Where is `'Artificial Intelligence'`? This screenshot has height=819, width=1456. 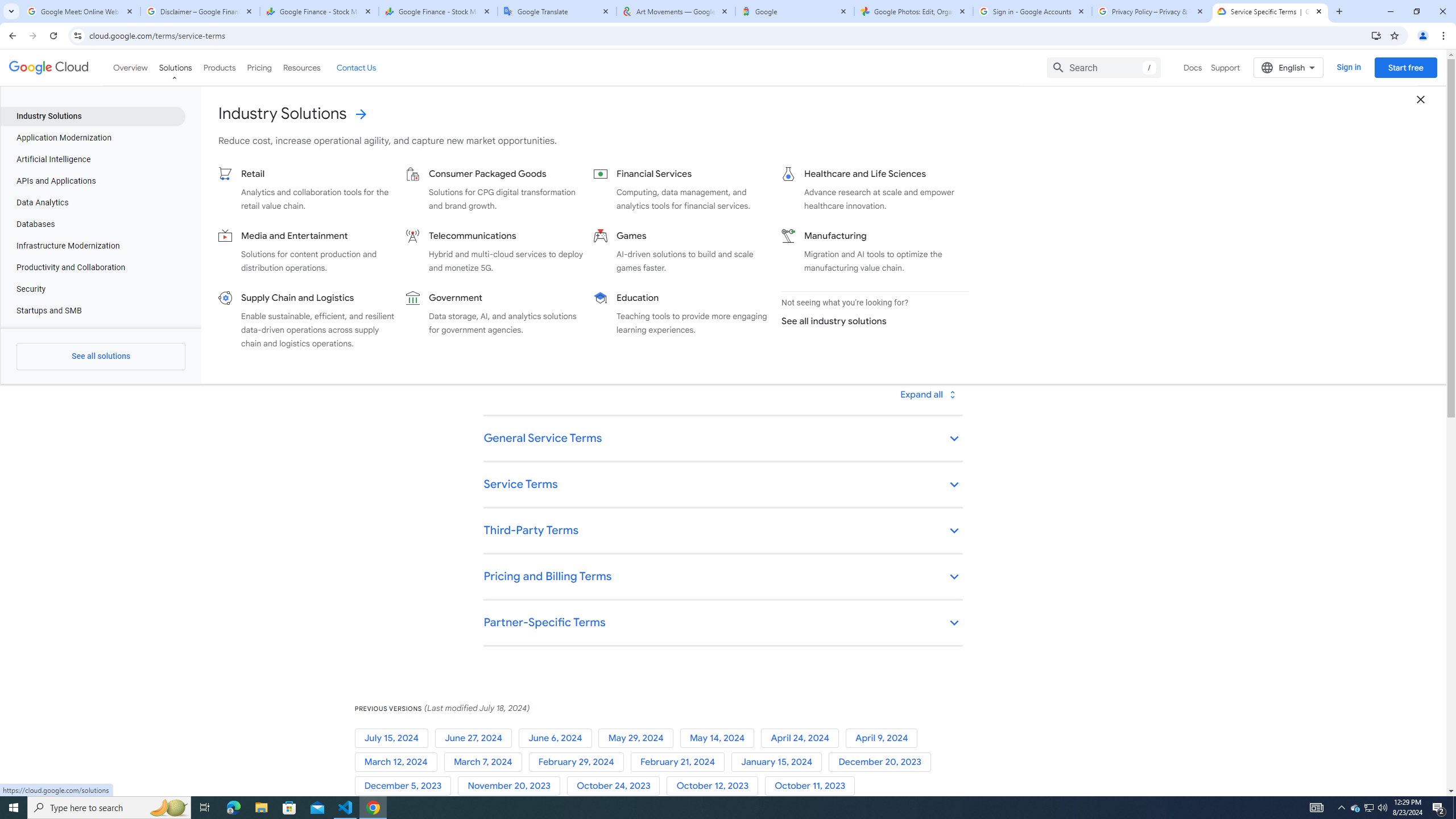 'Artificial Intelligence' is located at coordinates (92, 159).